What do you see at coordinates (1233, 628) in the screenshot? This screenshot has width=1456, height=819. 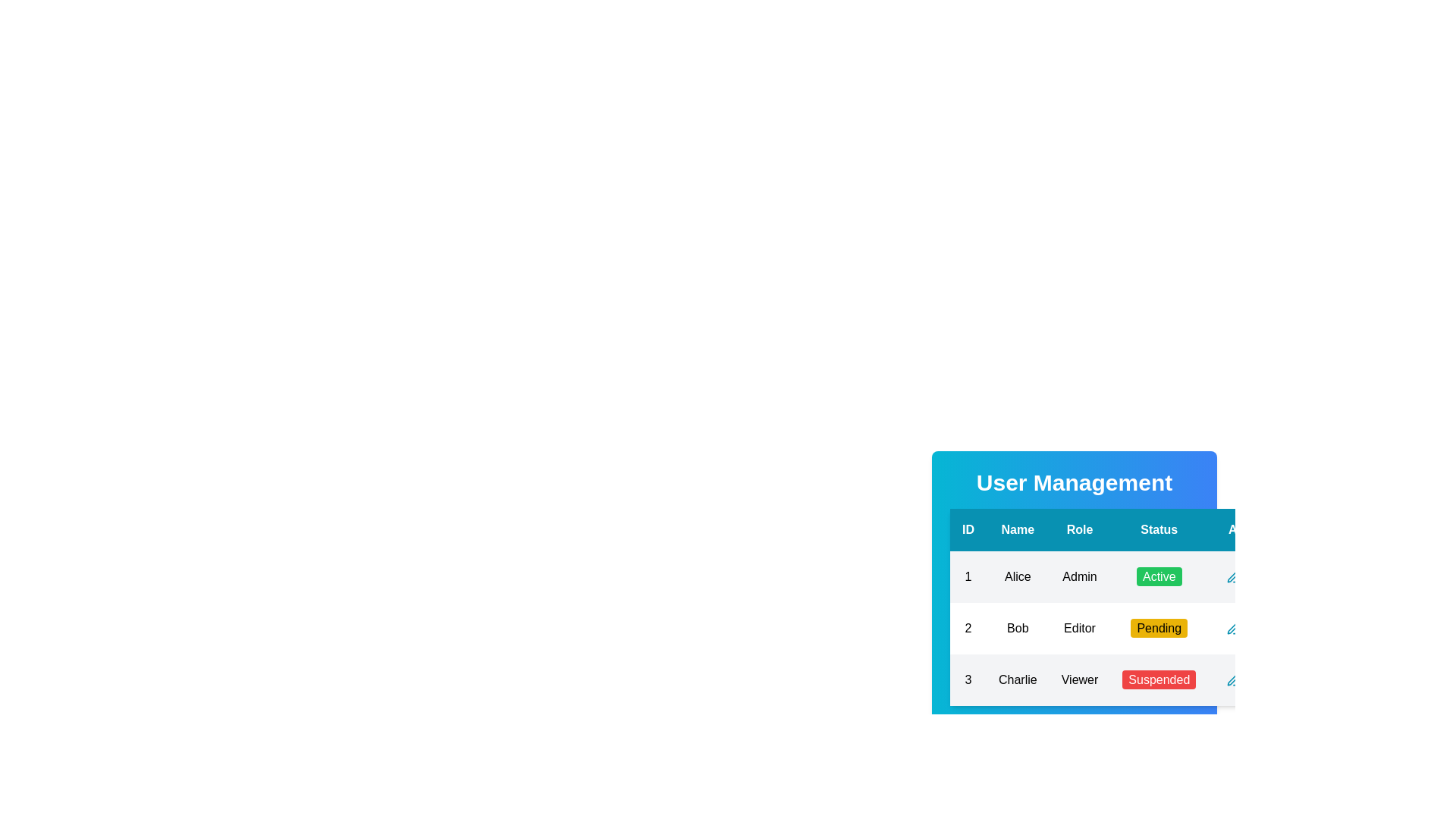 I see `the pen-shaped icon` at bounding box center [1233, 628].